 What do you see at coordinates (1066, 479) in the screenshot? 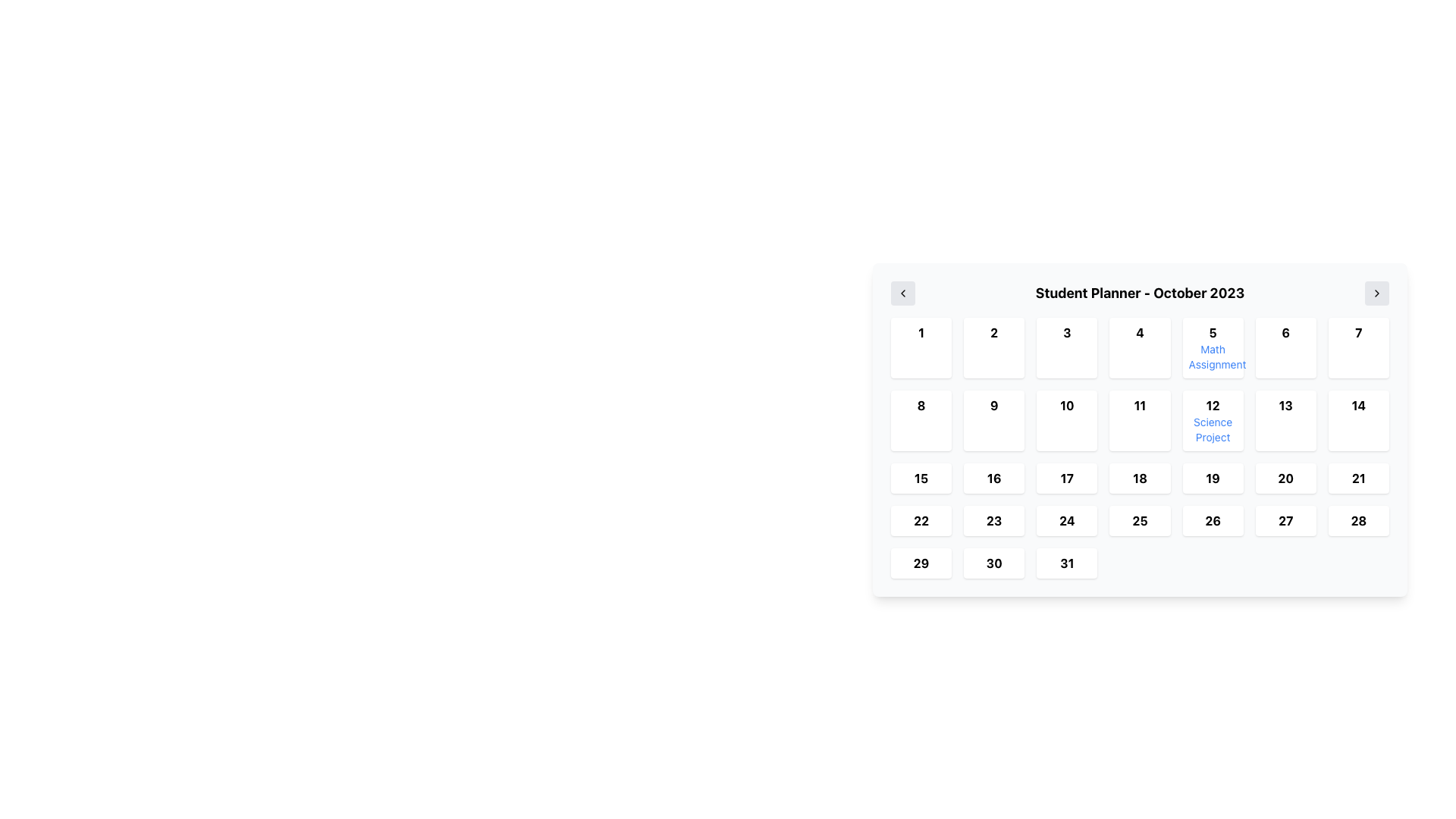
I see `the text label representing the 17th day of the month in the calendar grid located in the third row and fifth column` at bounding box center [1066, 479].